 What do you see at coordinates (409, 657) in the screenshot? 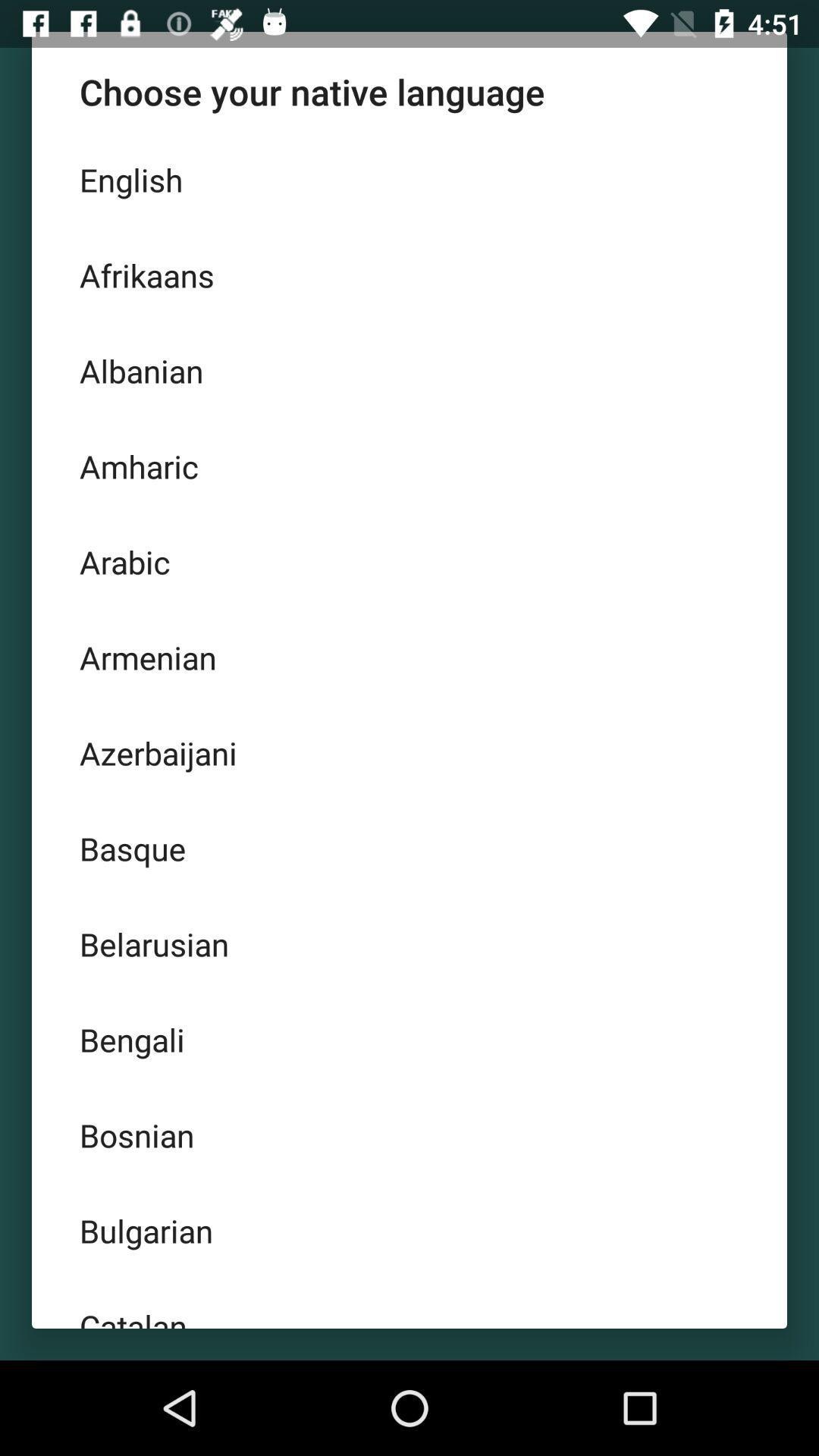
I see `armenian item` at bounding box center [409, 657].